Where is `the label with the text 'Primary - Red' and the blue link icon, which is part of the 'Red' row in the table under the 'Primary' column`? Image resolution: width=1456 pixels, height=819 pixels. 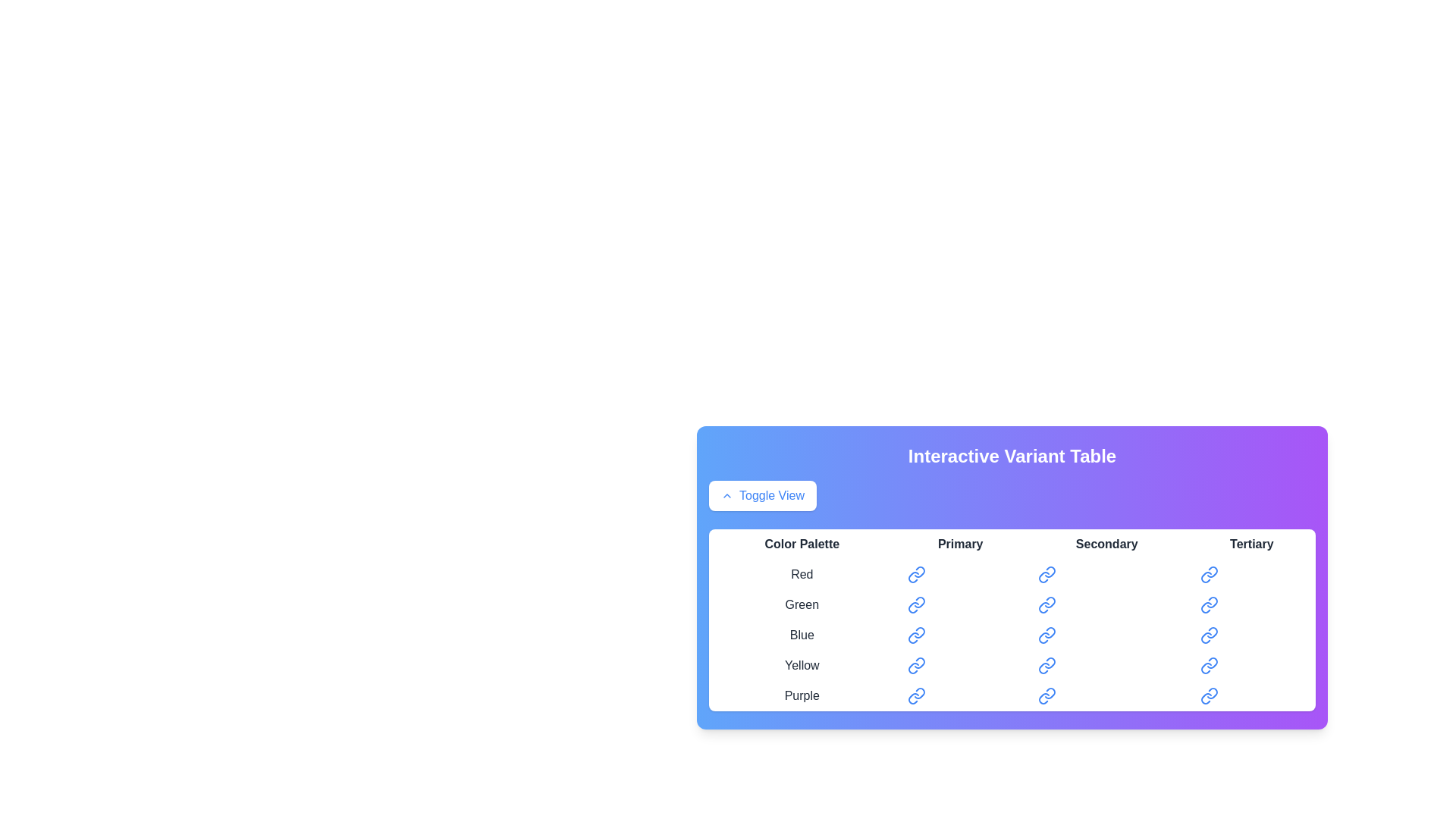
the label with the text 'Primary - Red' and the blue link icon, which is part of the 'Red' row in the table under the 'Primary' column is located at coordinates (959, 575).